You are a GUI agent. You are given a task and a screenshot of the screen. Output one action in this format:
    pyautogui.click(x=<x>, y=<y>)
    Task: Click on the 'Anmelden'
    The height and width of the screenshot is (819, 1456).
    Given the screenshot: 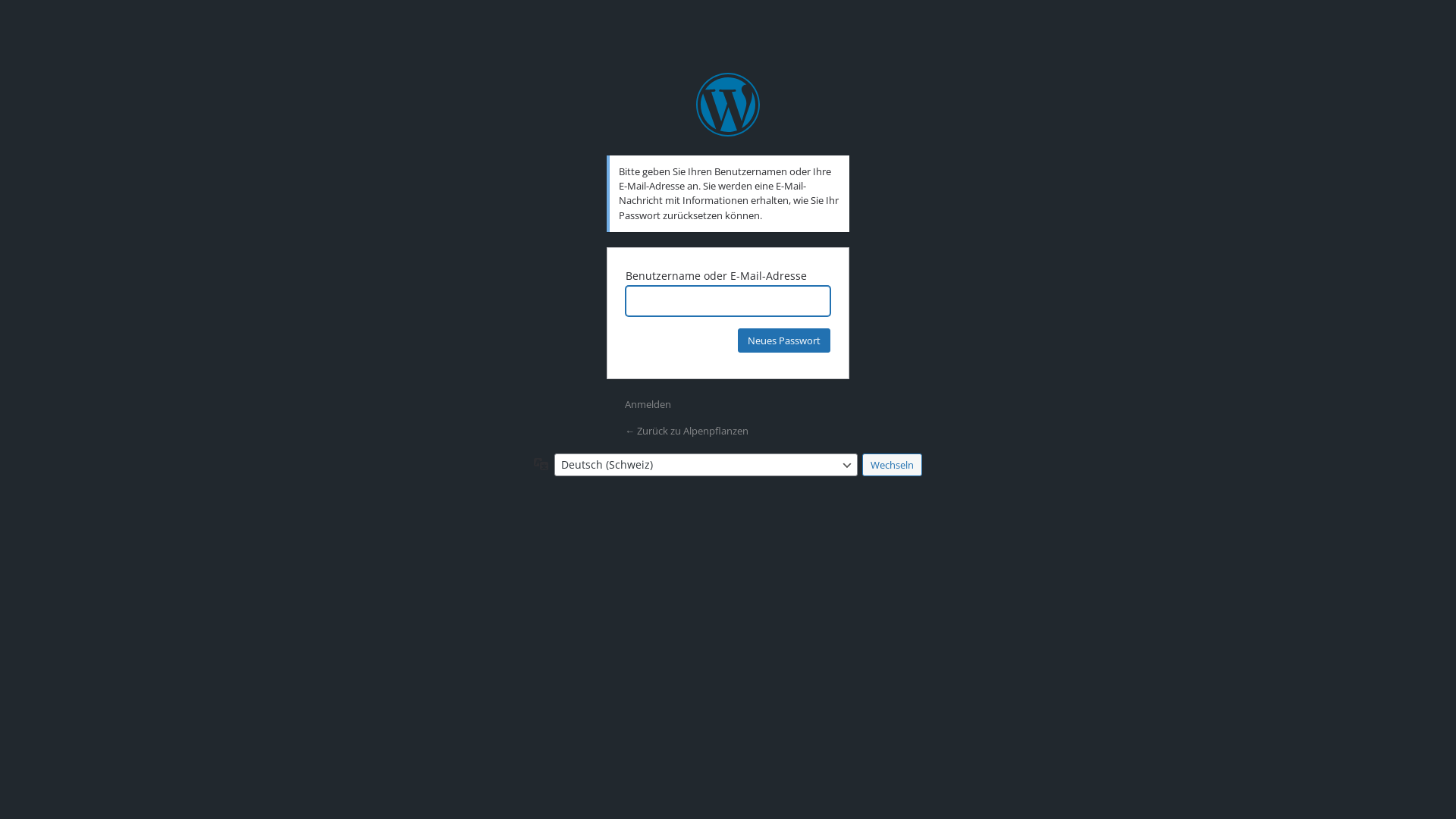 What is the action you would take?
    pyautogui.click(x=648, y=403)
    